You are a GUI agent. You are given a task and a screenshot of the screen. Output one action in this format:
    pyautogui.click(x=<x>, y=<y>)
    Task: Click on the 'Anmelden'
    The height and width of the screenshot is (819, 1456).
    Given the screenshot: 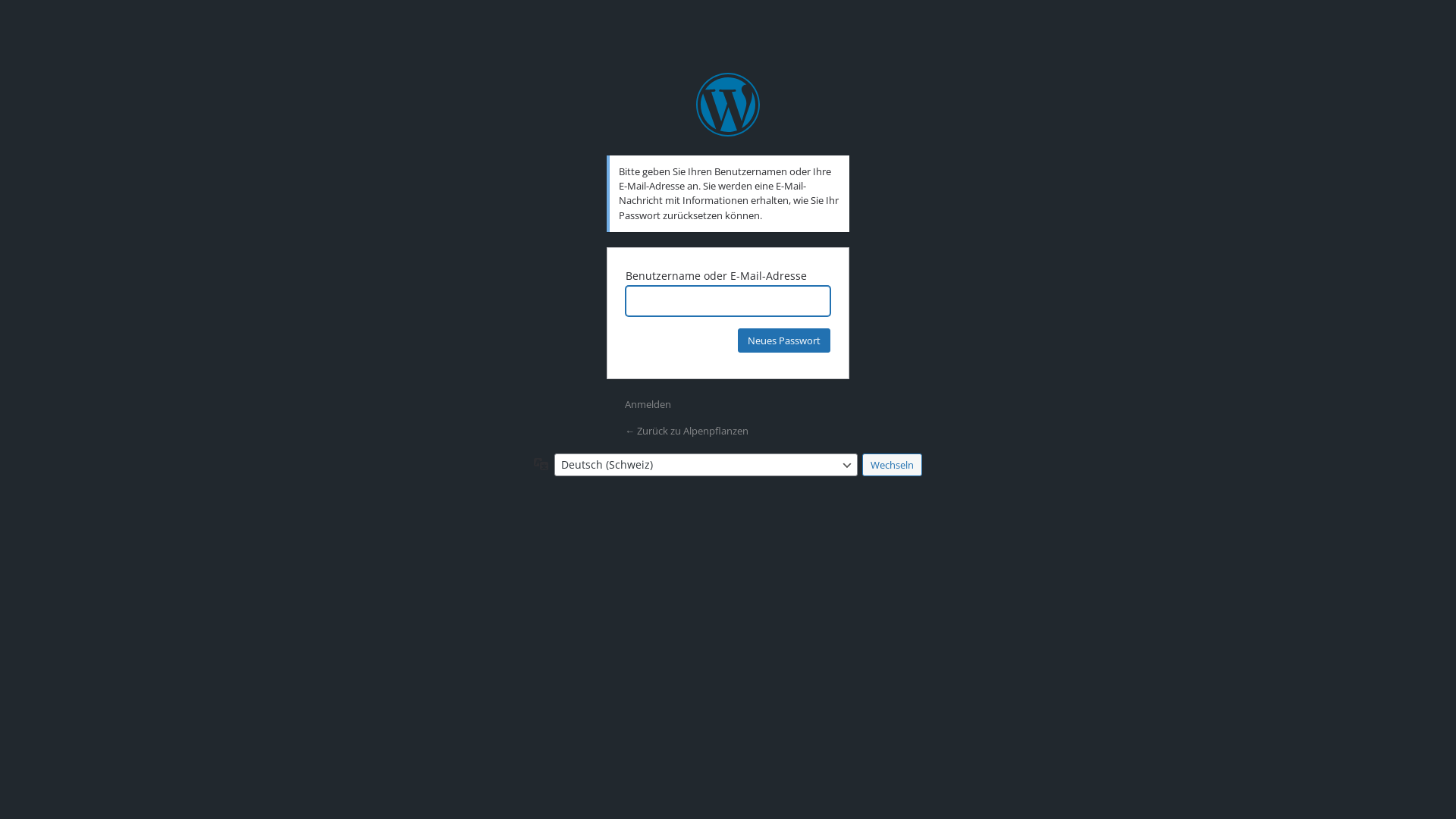 What is the action you would take?
    pyautogui.click(x=648, y=403)
    